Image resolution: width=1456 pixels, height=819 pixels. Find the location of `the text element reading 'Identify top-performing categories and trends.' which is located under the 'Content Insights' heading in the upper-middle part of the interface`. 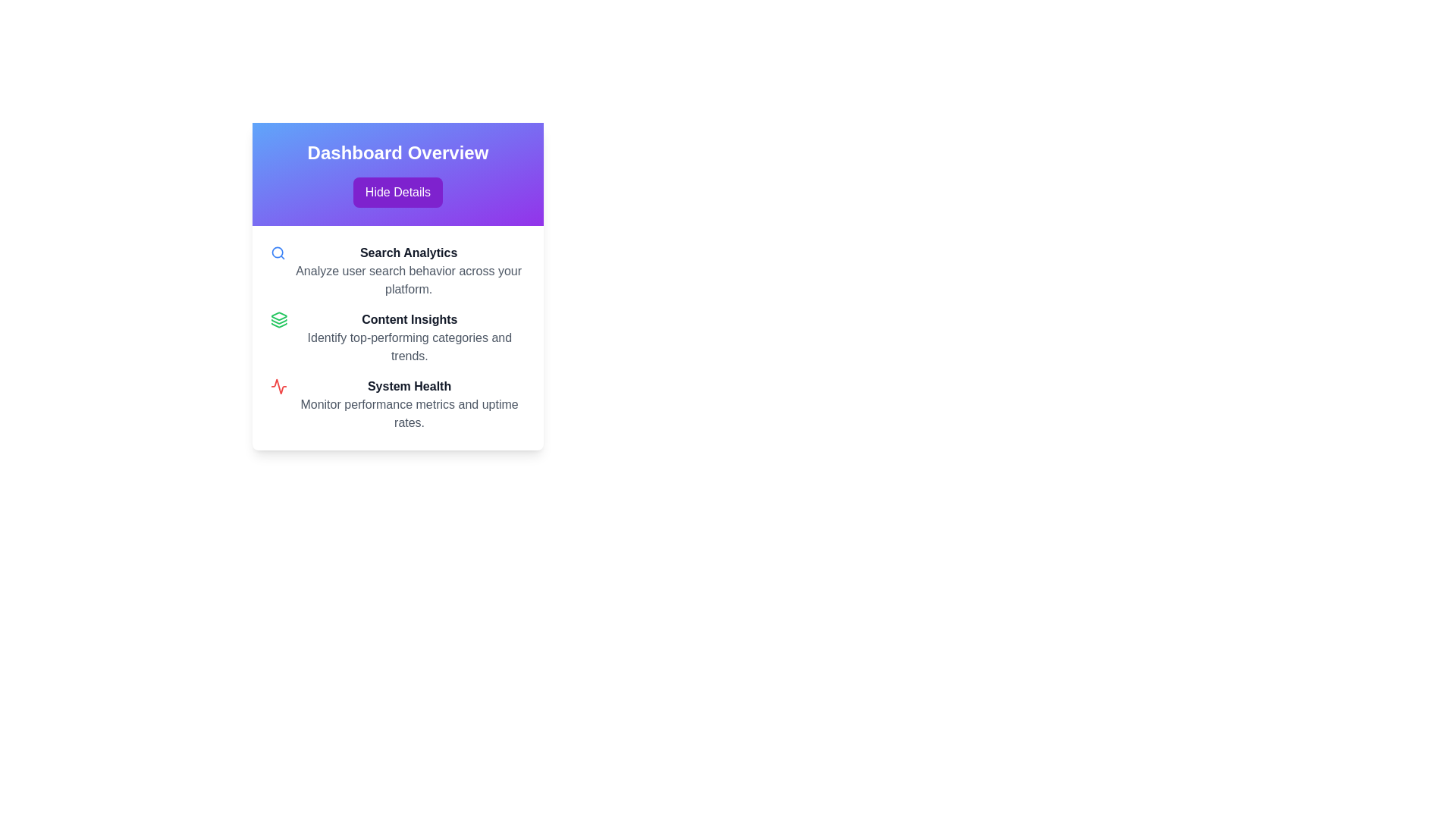

the text element reading 'Identify top-performing categories and trends.' which is located under the 'Content Insights' heading in the upper-middle part of the interface is located at coordinates (409, 347).